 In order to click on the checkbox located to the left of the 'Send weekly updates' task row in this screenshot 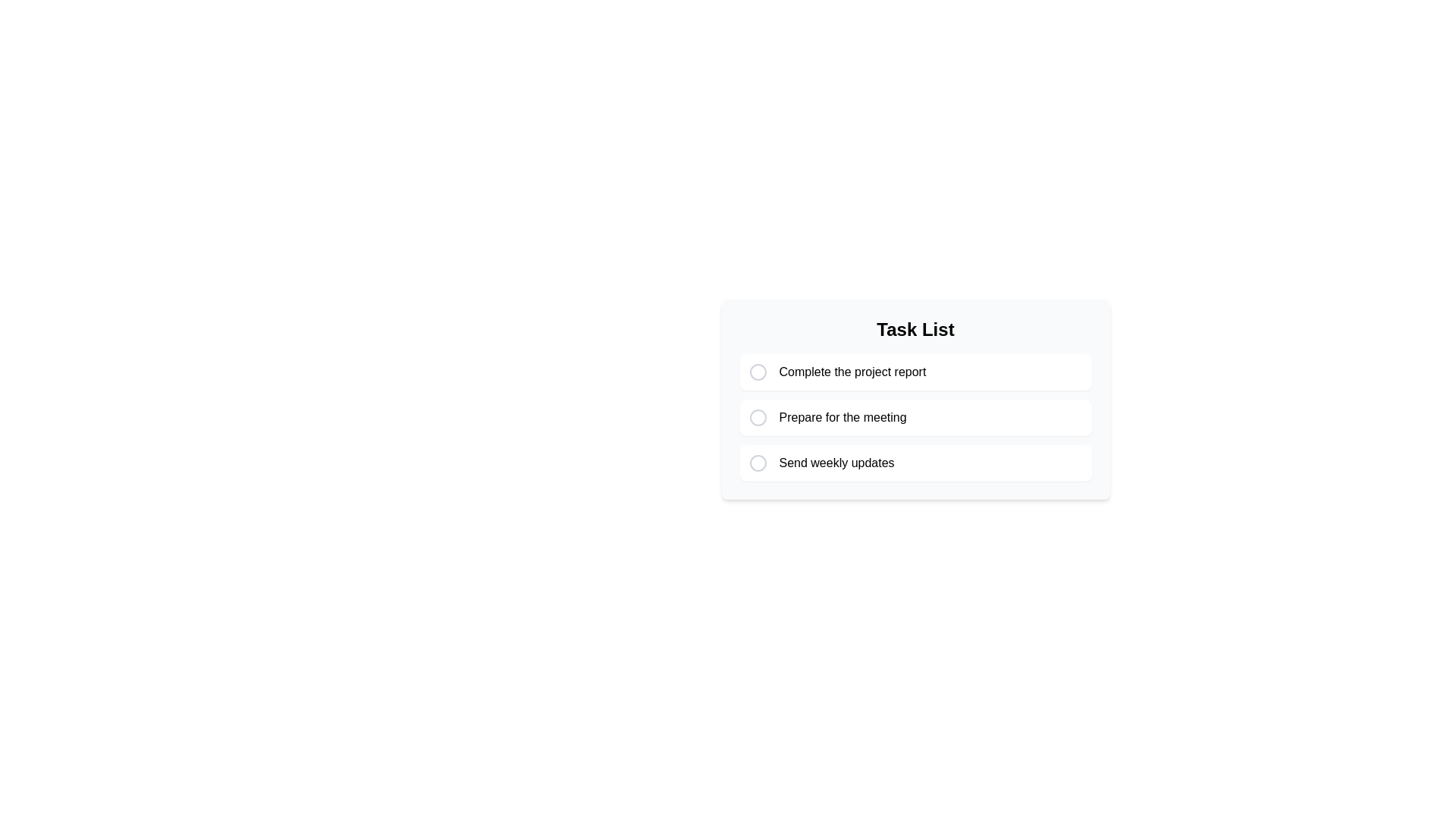, I will do `click(758, 462)`.